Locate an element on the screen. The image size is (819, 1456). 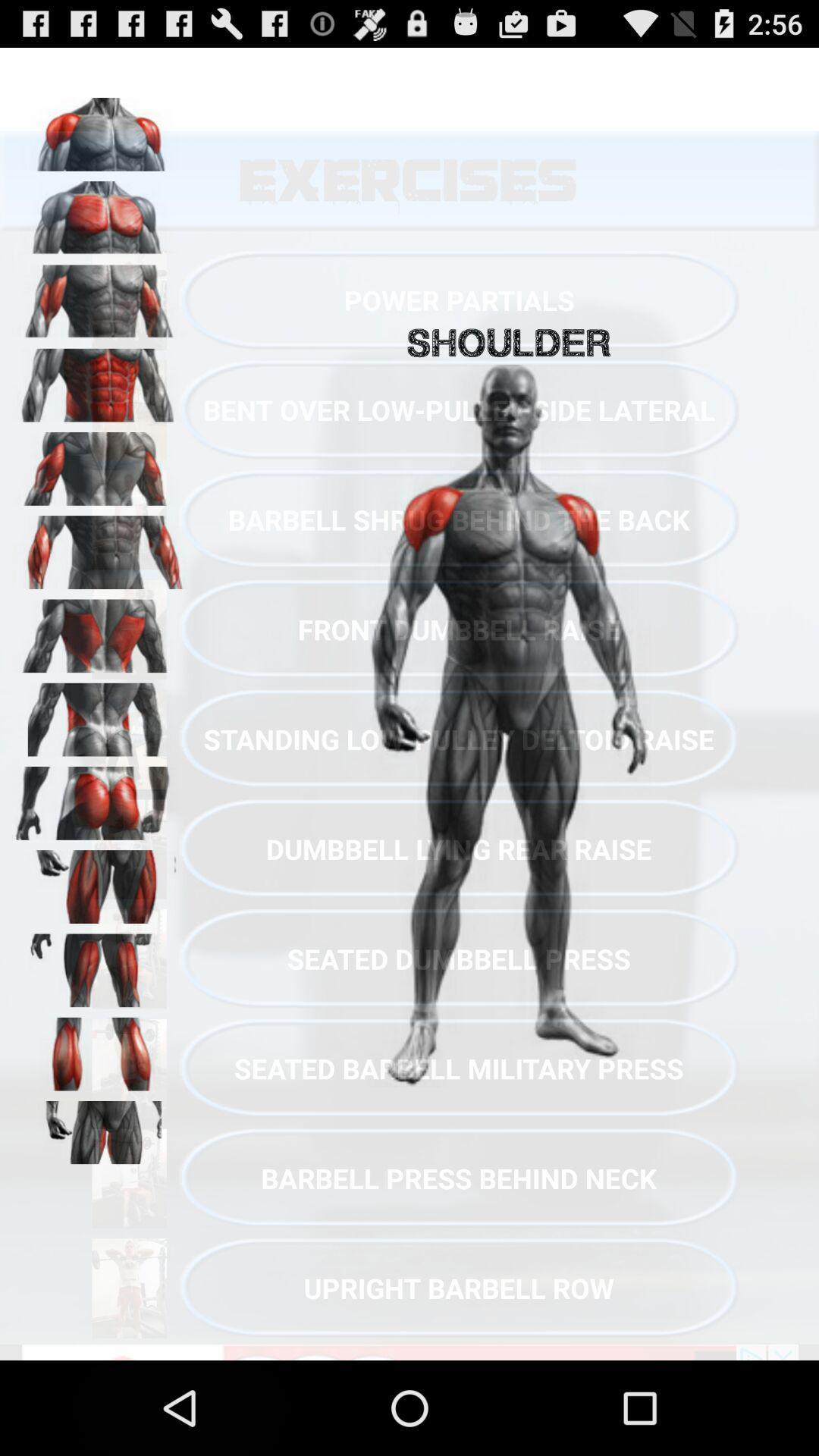
the fourth option is located at coordinates (99, 380).